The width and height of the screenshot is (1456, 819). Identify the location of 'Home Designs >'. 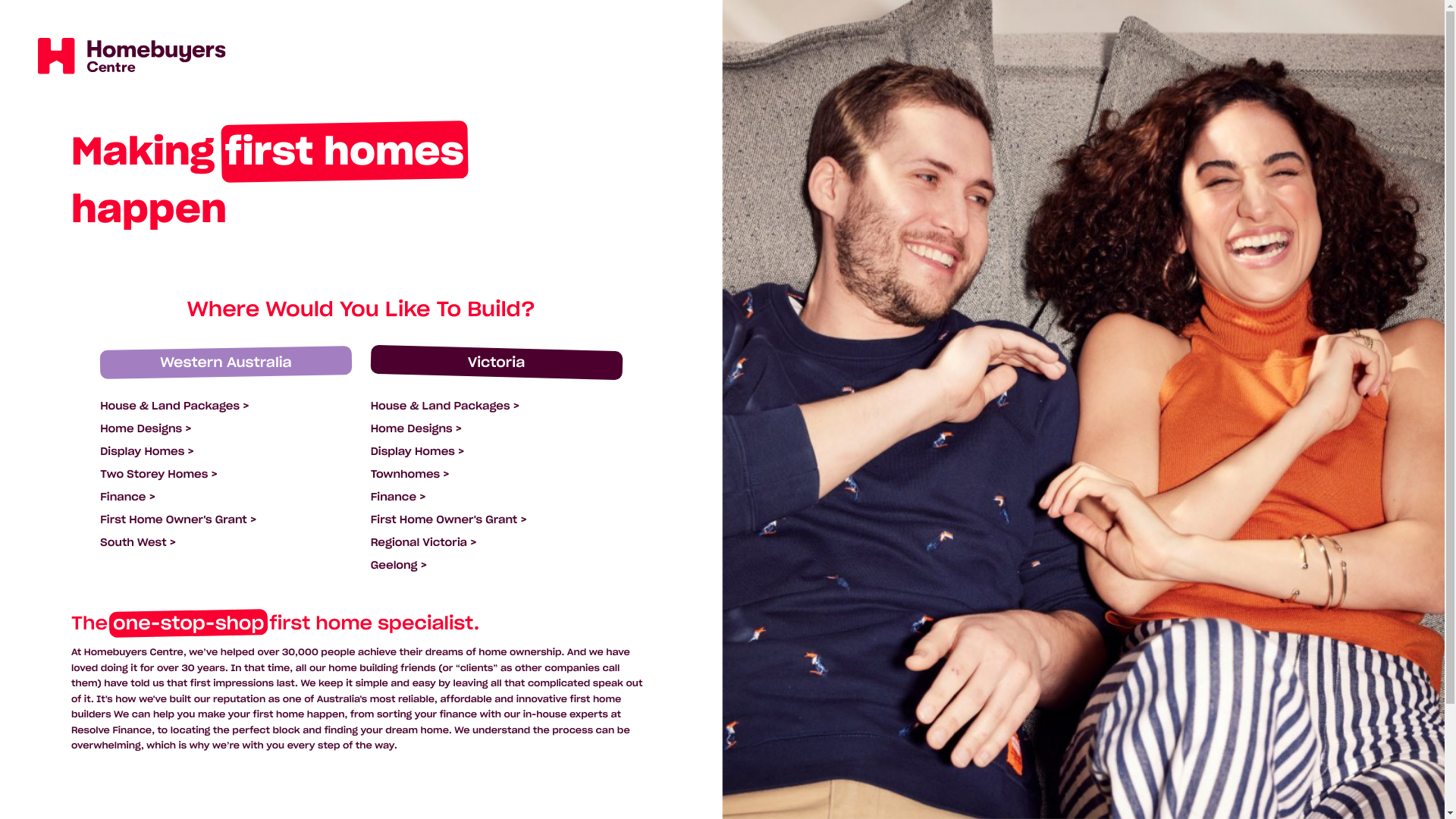
(416, 428).